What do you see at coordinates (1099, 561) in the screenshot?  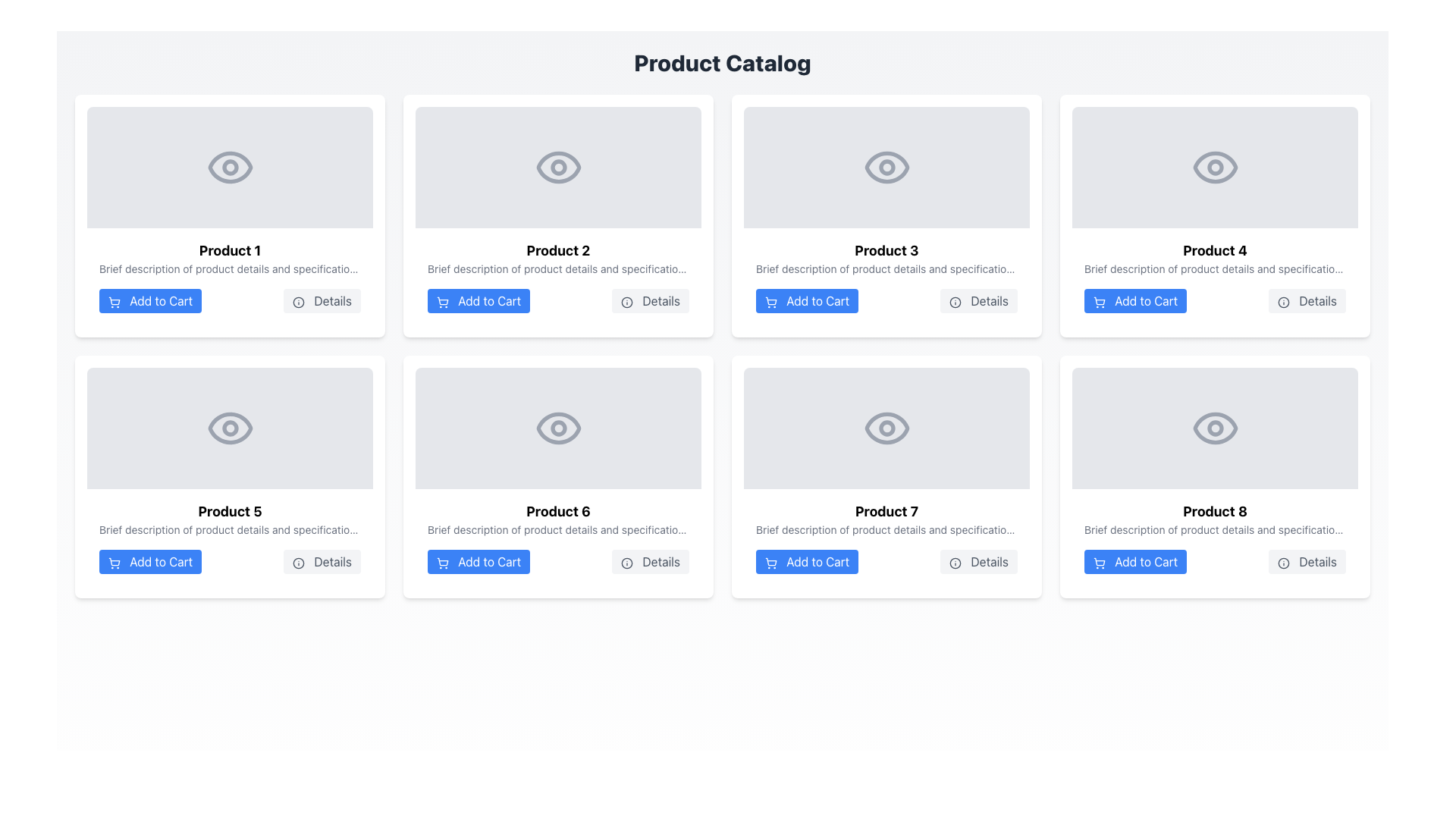 I see `vector graphic representing the main body of the shopping cart icon within the 'Add to Cart' button for Product 8` at bounding box center [1099, 561].